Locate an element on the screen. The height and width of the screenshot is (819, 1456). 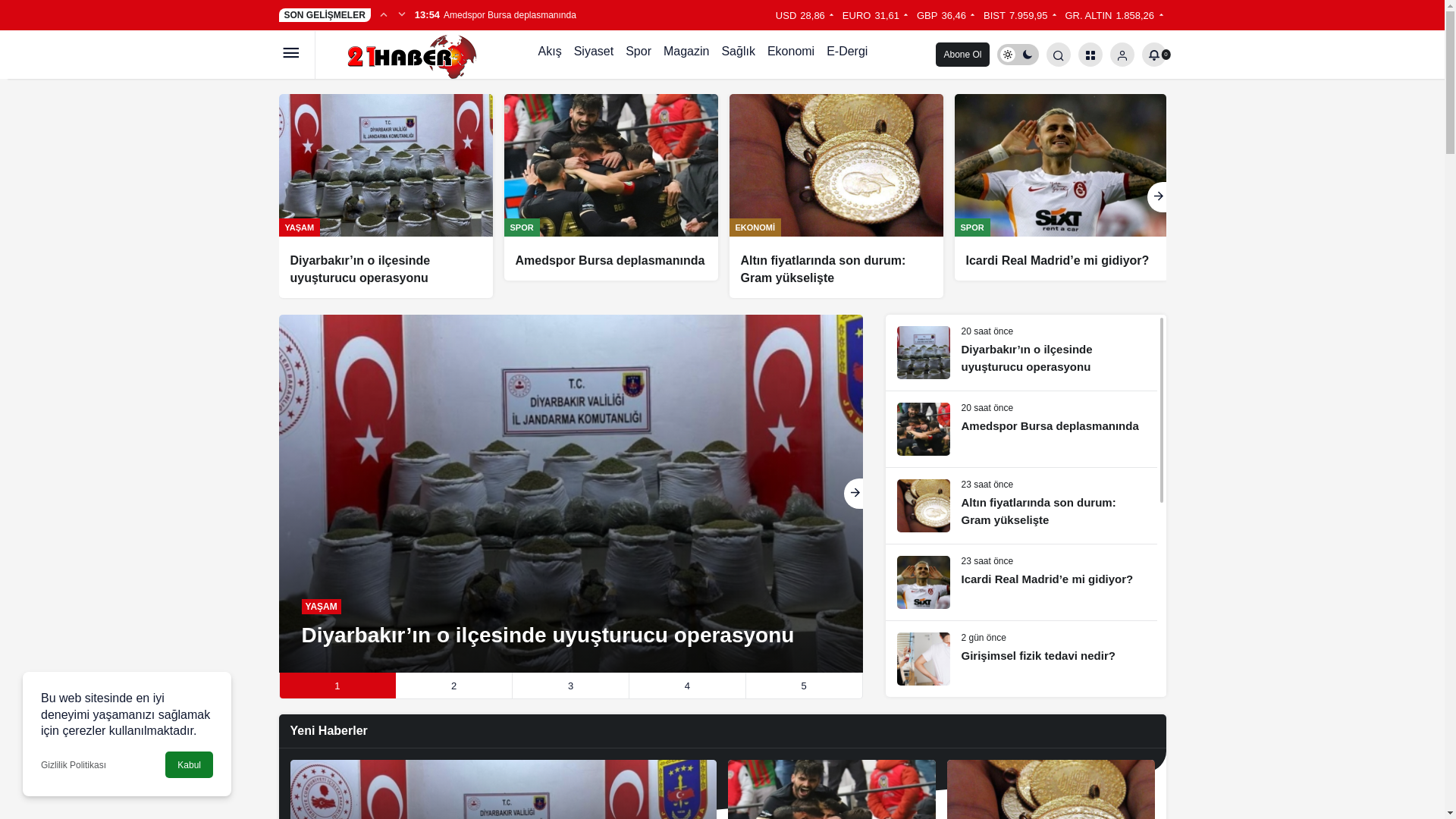
'3' is located at coordinates (570, 686).